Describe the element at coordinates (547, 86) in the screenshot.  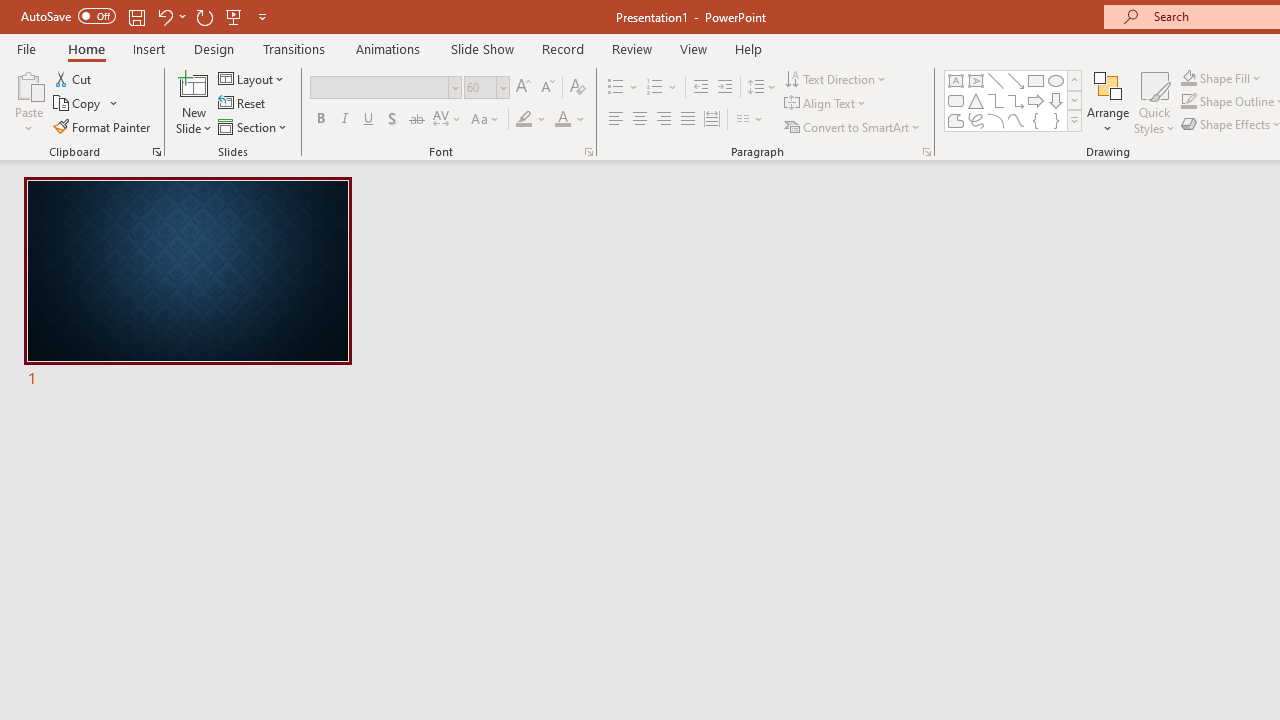
I see `'Decrease Font Size'` at that location.